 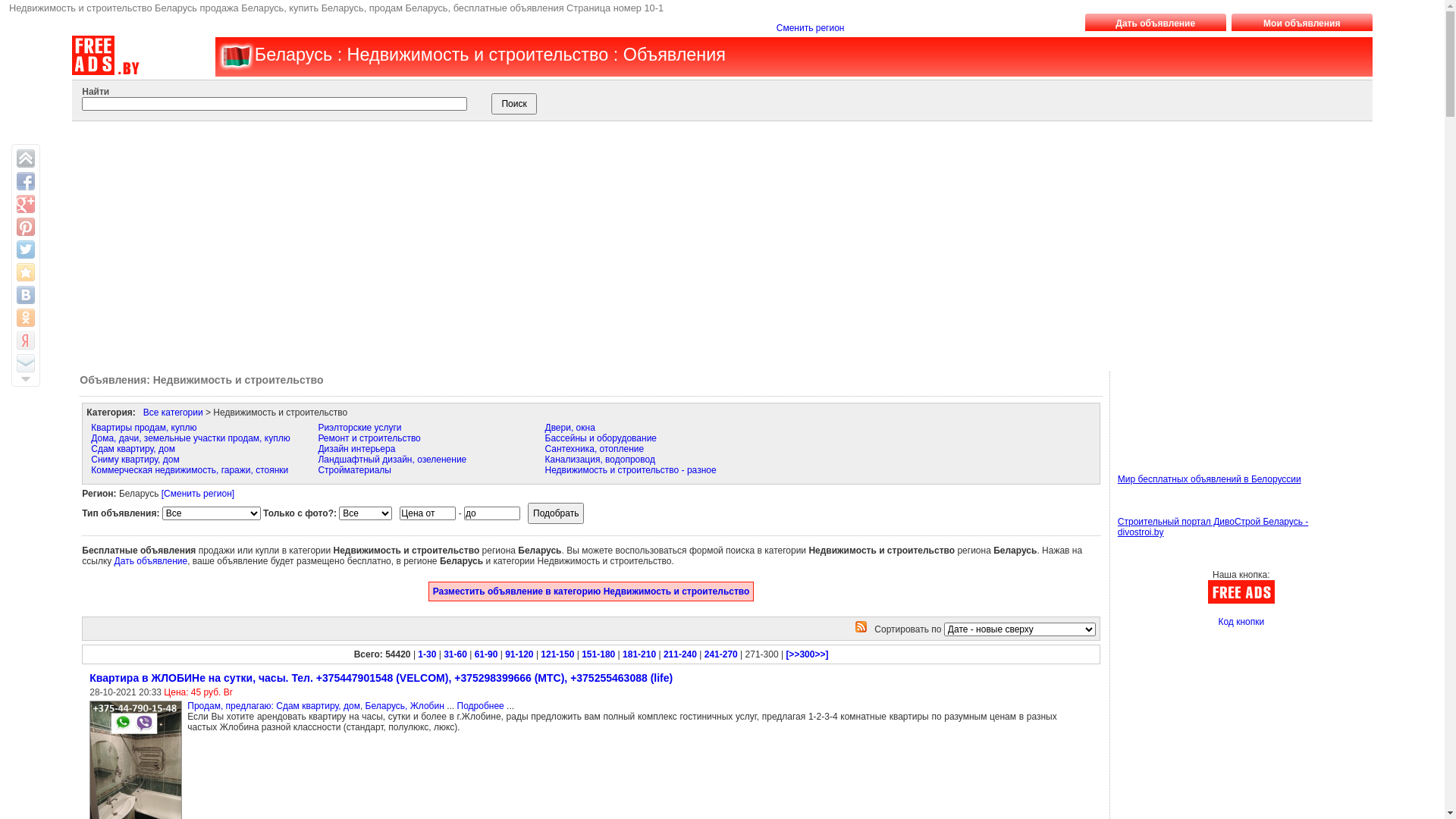 What do you see at coordinates (25, 339) in the screenshot?
I see `'Save to Yandex Bookmarks'` at bounding box center [25, 339].